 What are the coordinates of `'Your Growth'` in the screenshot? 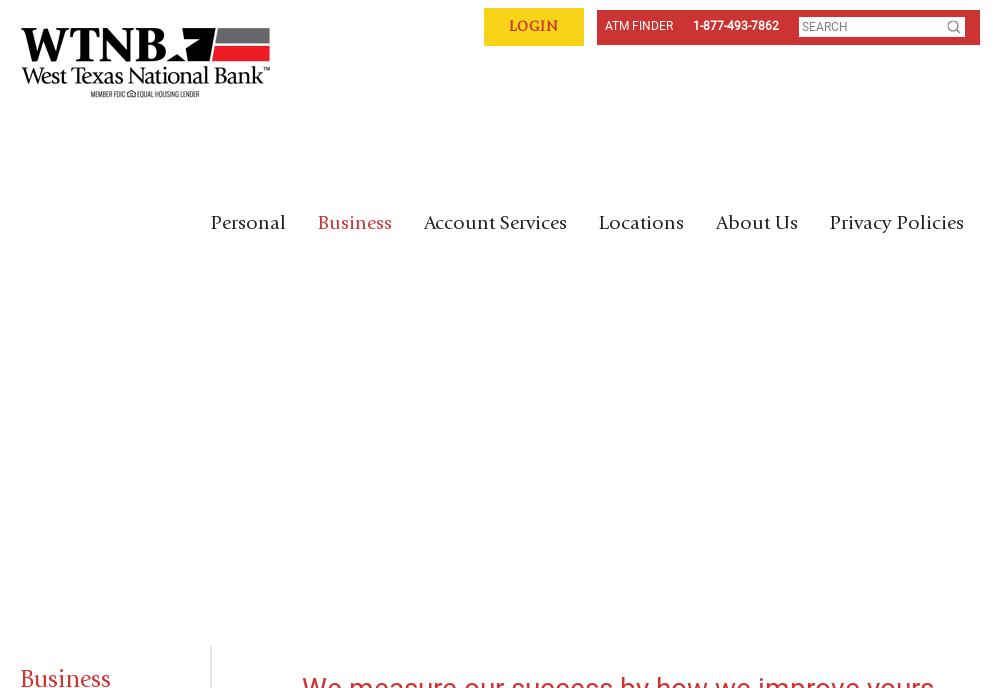 It's located at (175, 391).